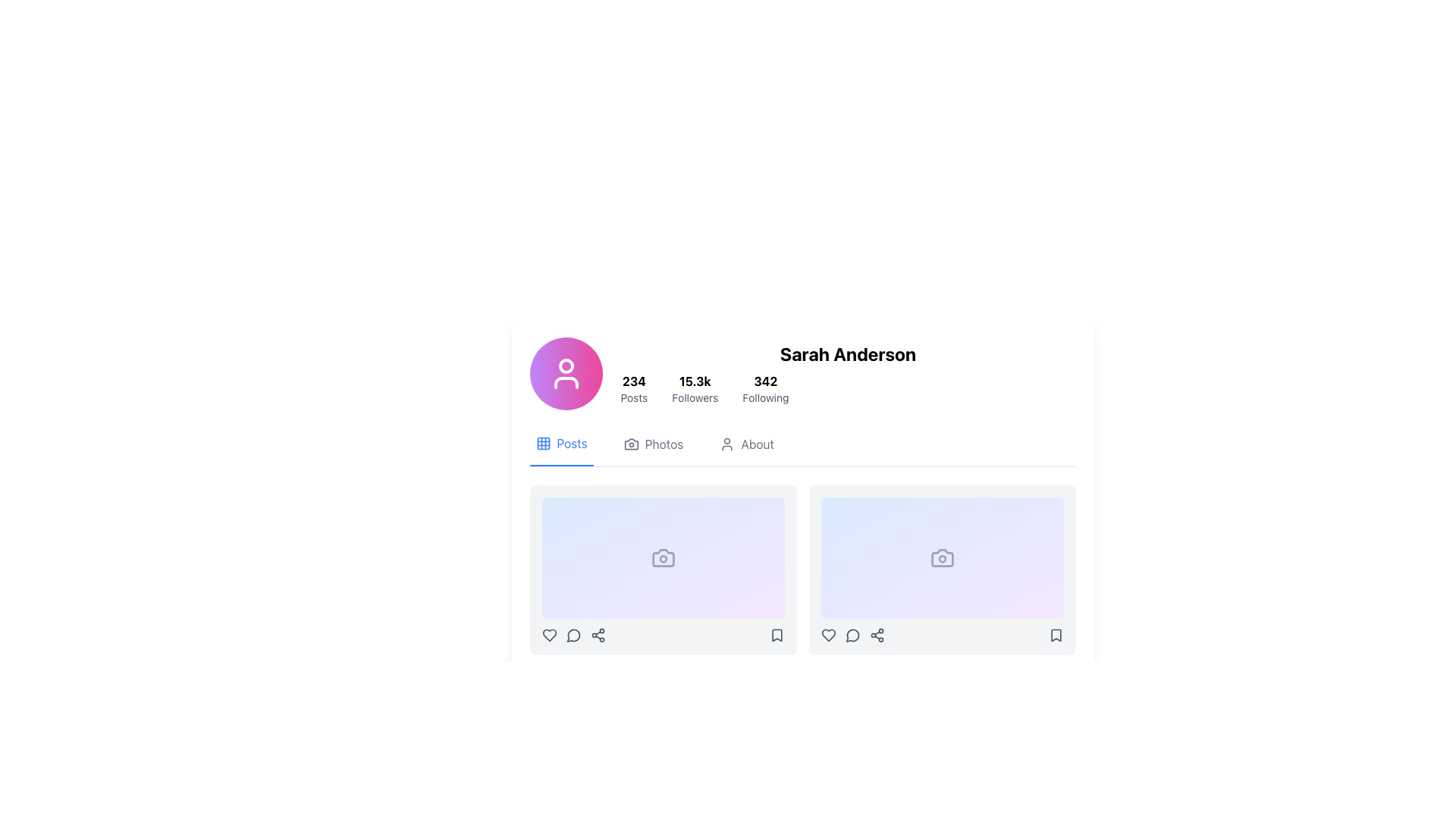  I want to click on the active 'Posts' tab in the navigation bar, so click(802, 450).